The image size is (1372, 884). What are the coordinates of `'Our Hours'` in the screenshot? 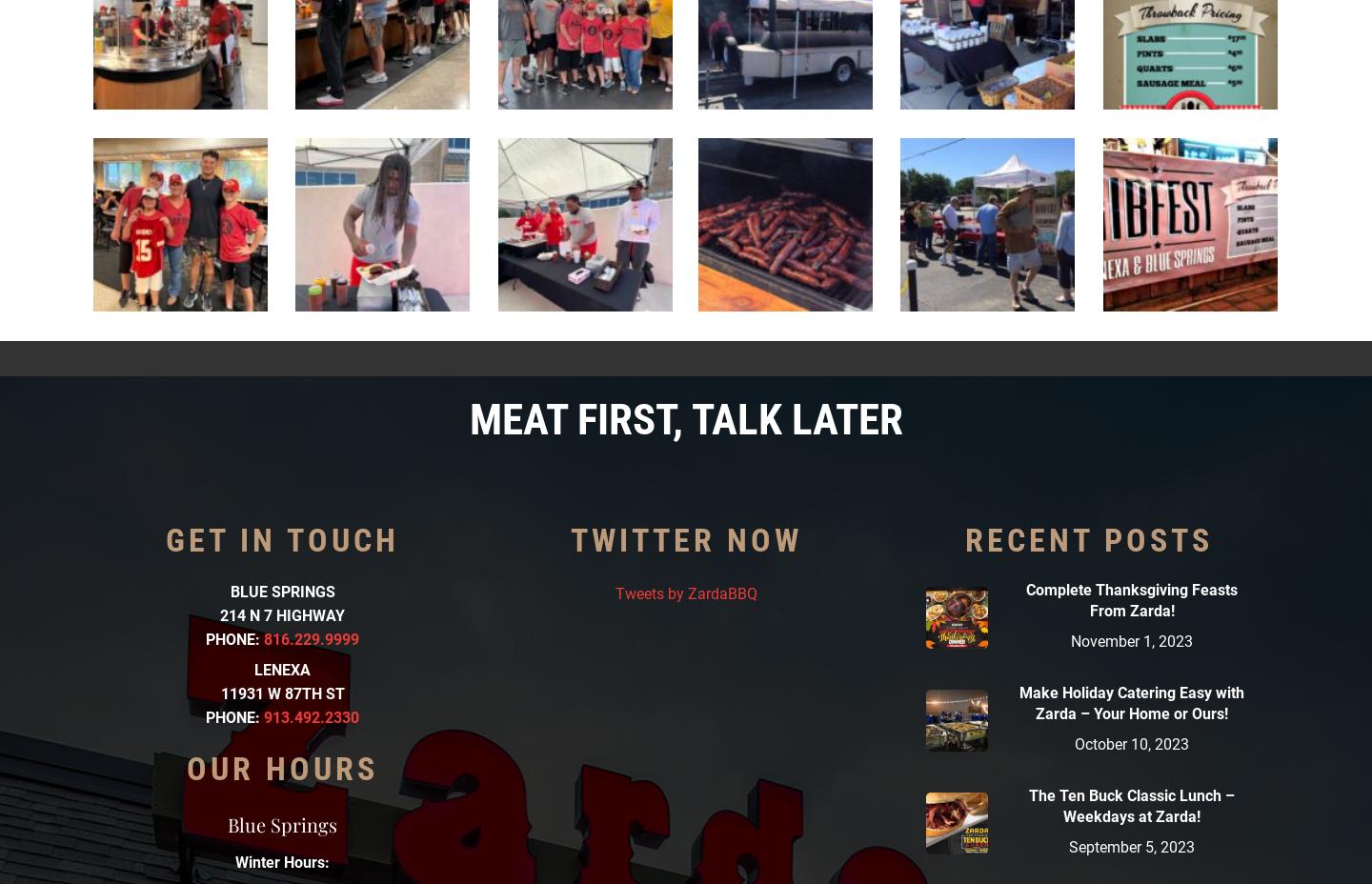 It's located at (281, 766).